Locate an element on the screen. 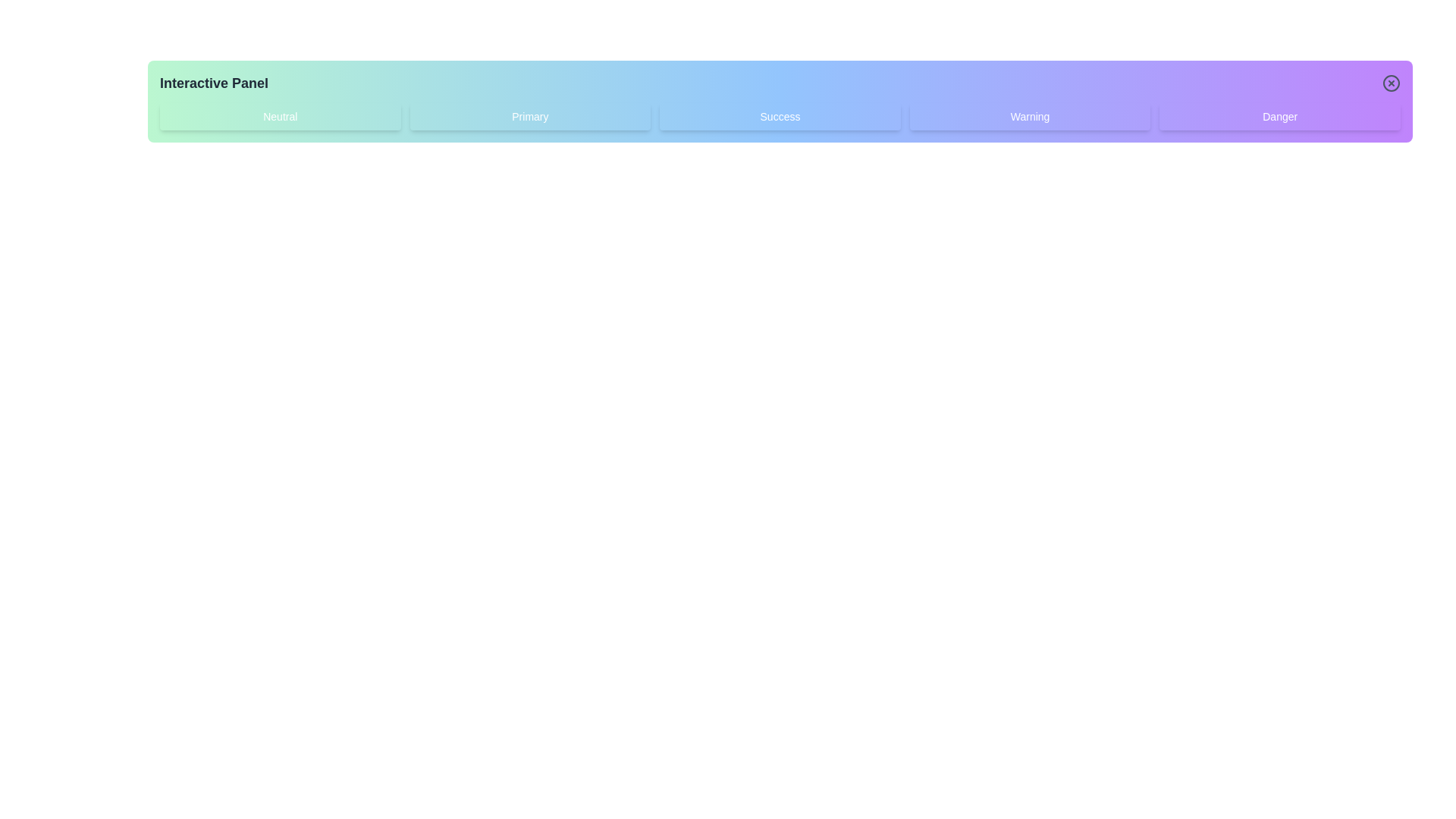 The height and width of the screenshot is (819, 1456). the 'Danger' button, the fifth button in a horizontal sequence is located at coordinates (1279, 116).